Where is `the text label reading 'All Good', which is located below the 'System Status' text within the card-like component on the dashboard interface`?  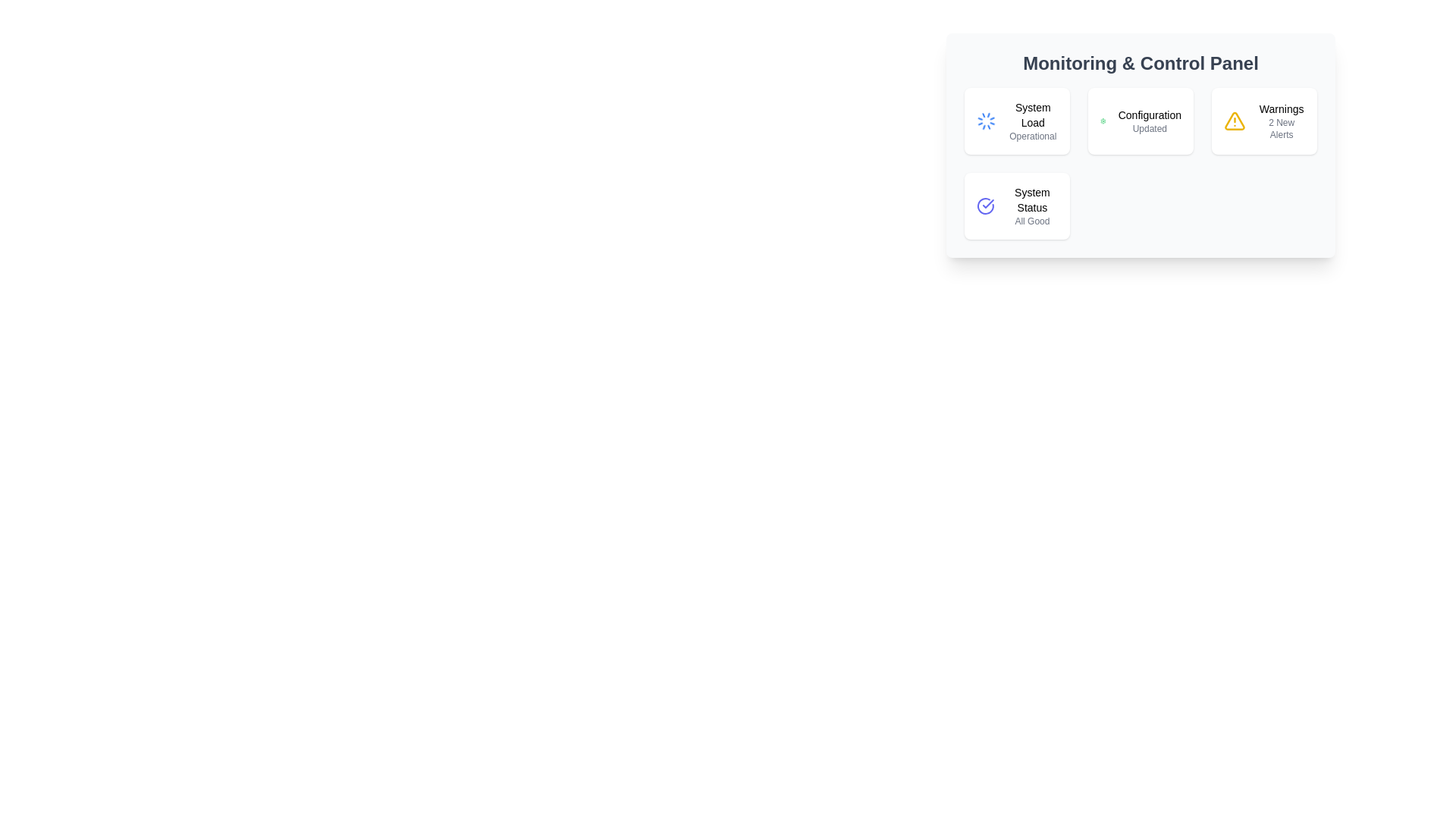
the text label reading 'All Good', which is located below the 'System Status' text within the card-like component on the dashboard interface is located at coordinates (1031, 221).